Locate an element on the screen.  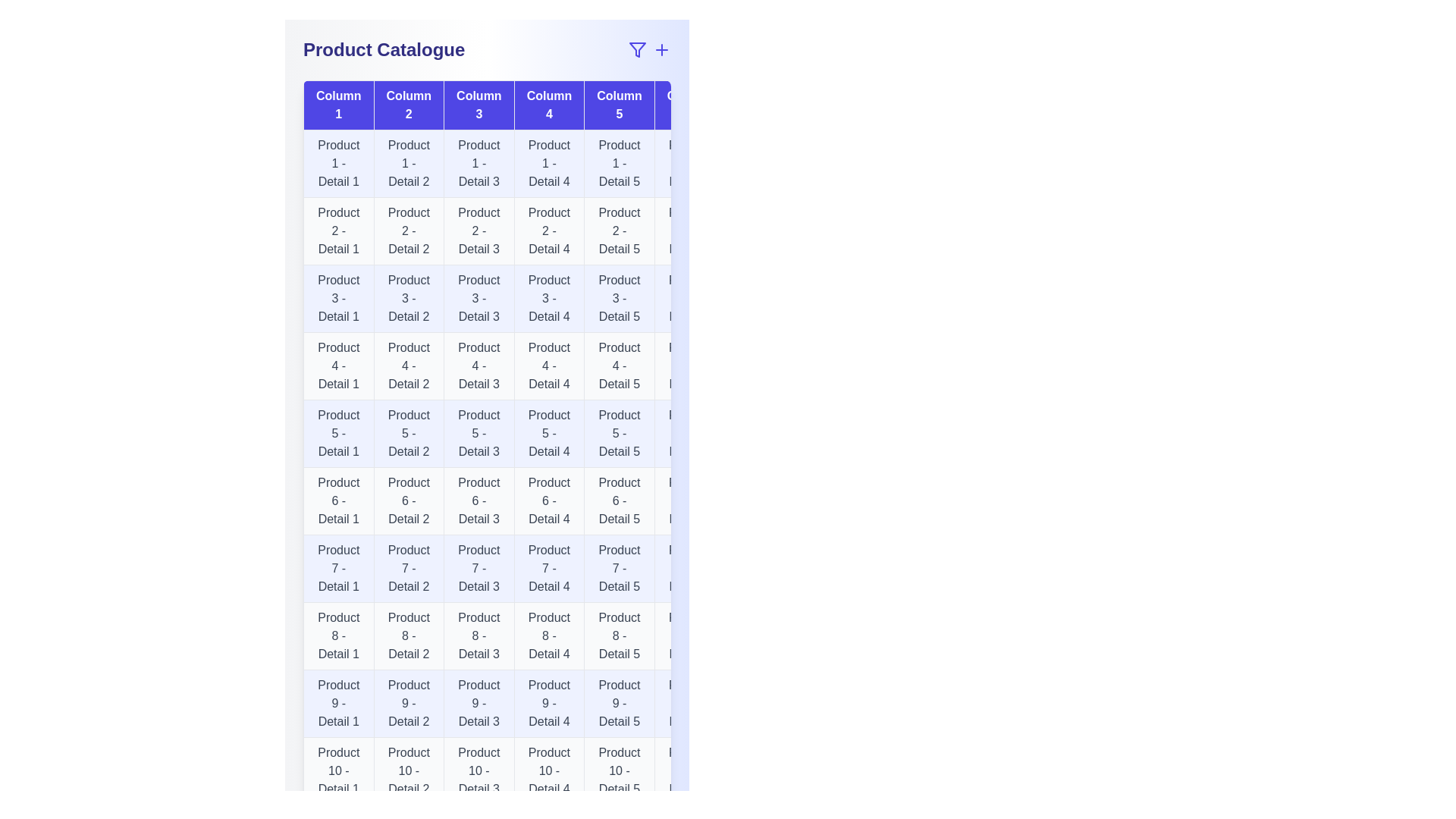
the header of column Column 1 to sort the table by that column is located at coordinates (337, 104).